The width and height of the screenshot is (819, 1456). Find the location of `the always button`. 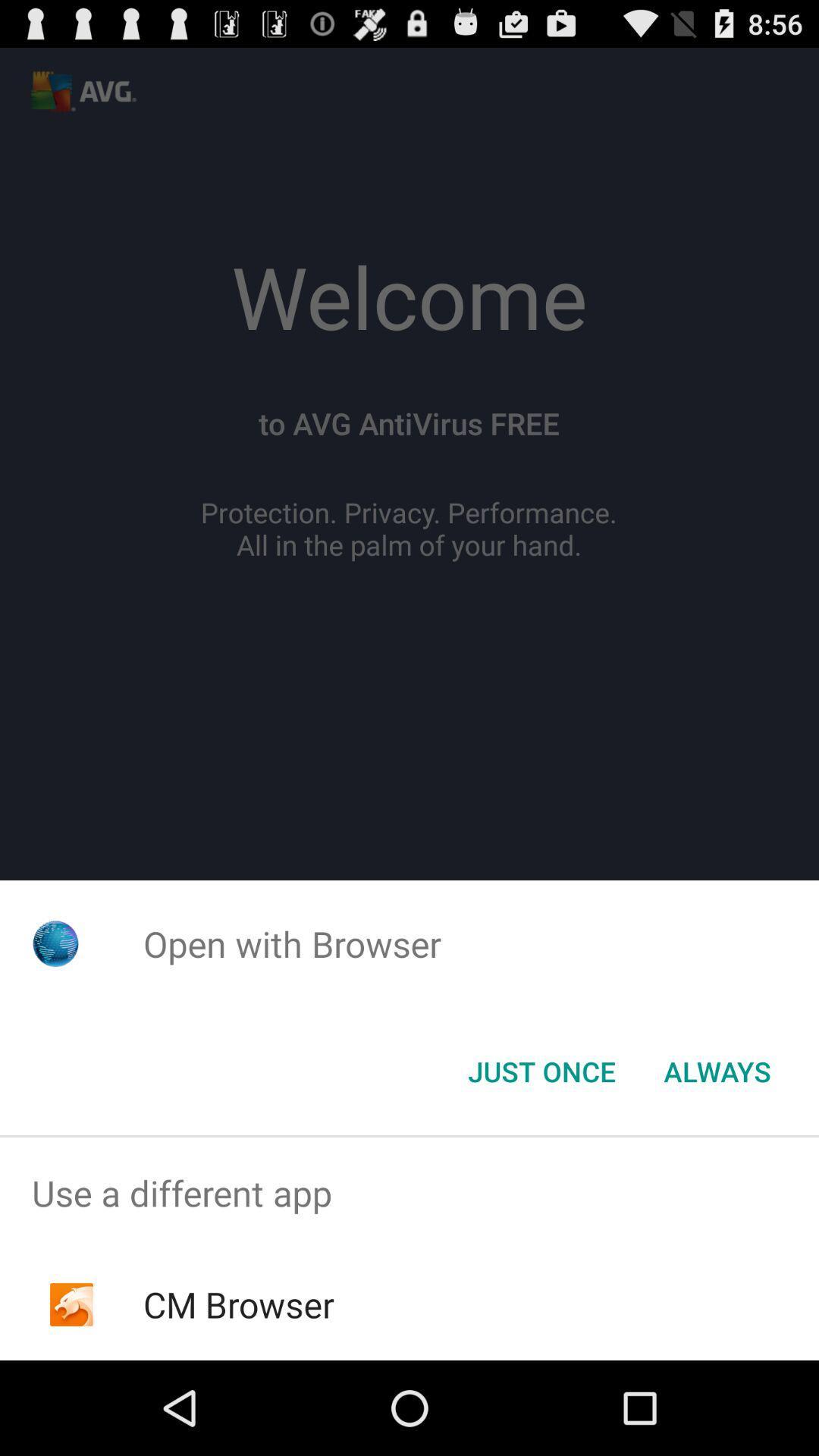

the always button is located at coordinates (717, 1070).